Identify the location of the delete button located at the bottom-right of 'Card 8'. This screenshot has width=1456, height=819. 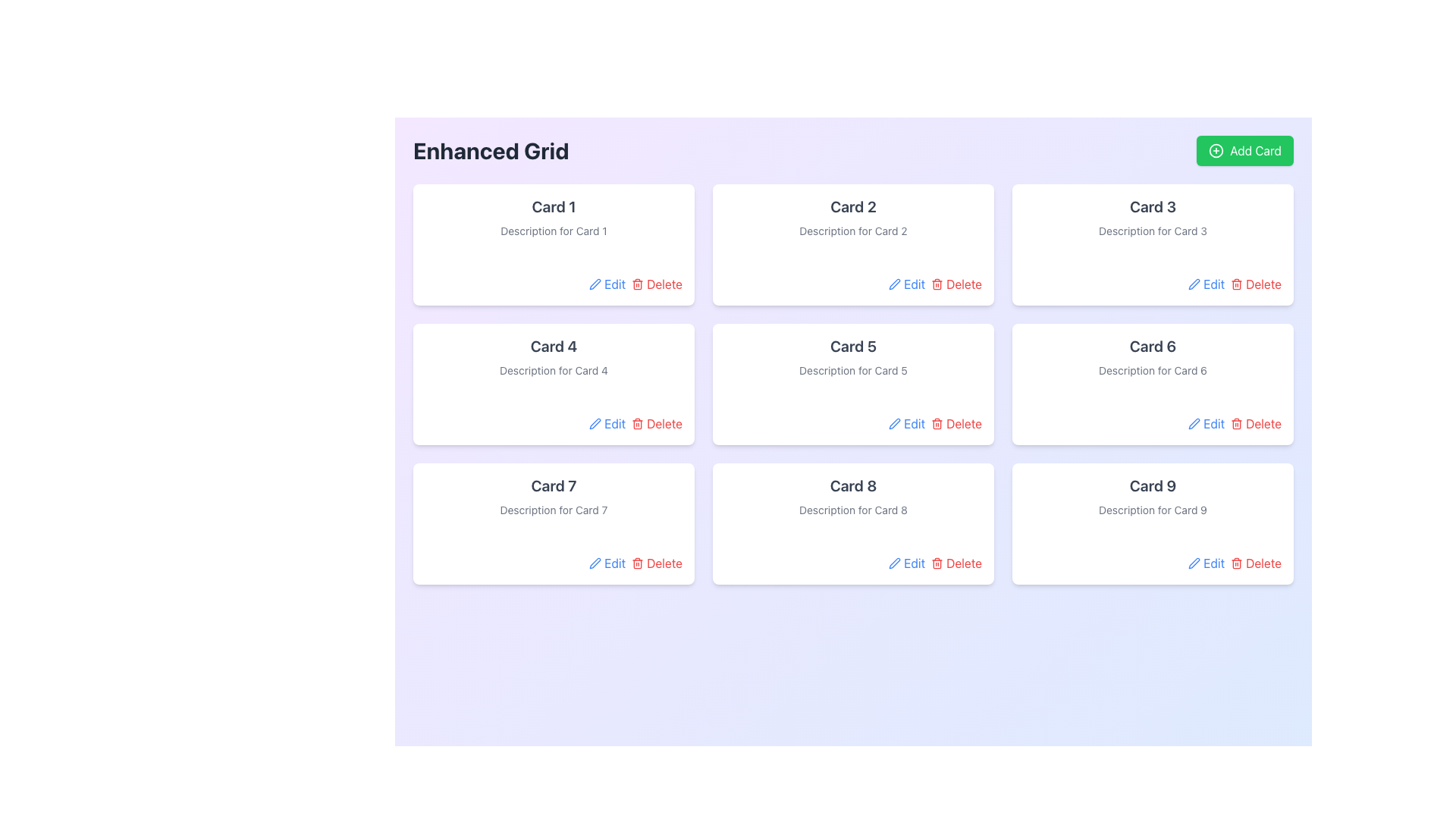
(955, 563).